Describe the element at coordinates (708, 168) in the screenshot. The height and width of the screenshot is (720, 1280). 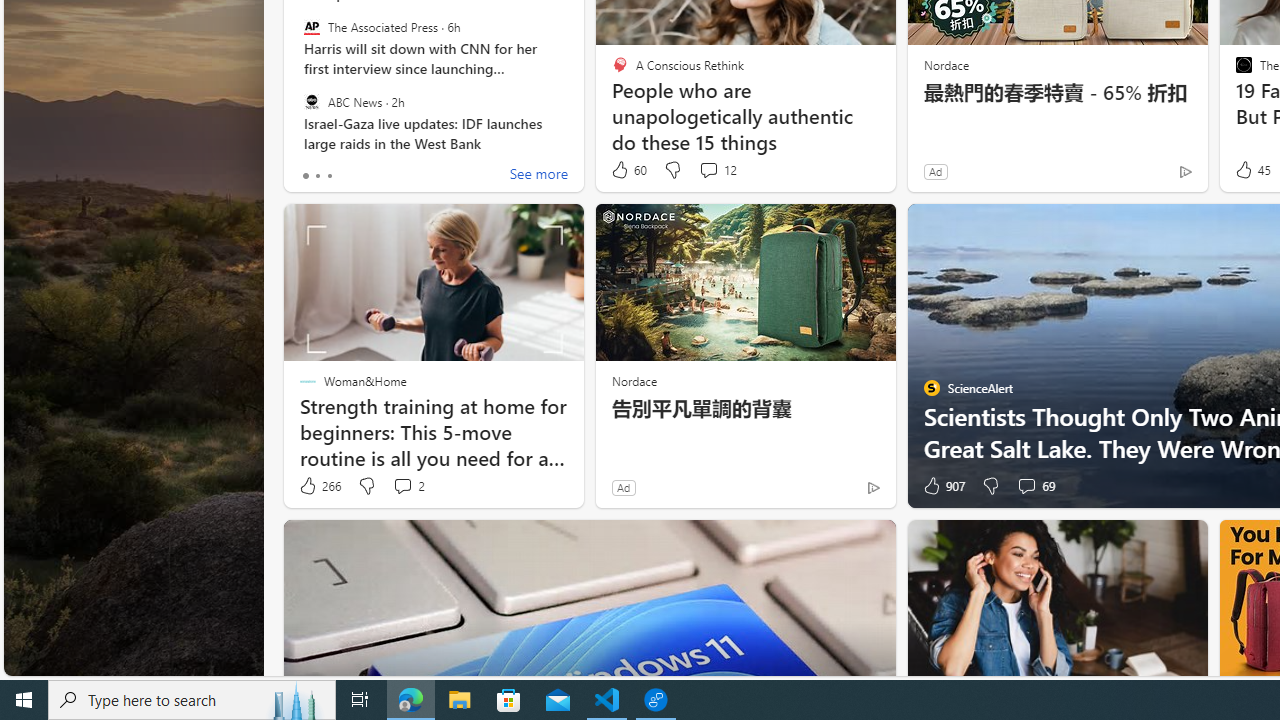
I see `'View comments 12 Comment'` at that location.